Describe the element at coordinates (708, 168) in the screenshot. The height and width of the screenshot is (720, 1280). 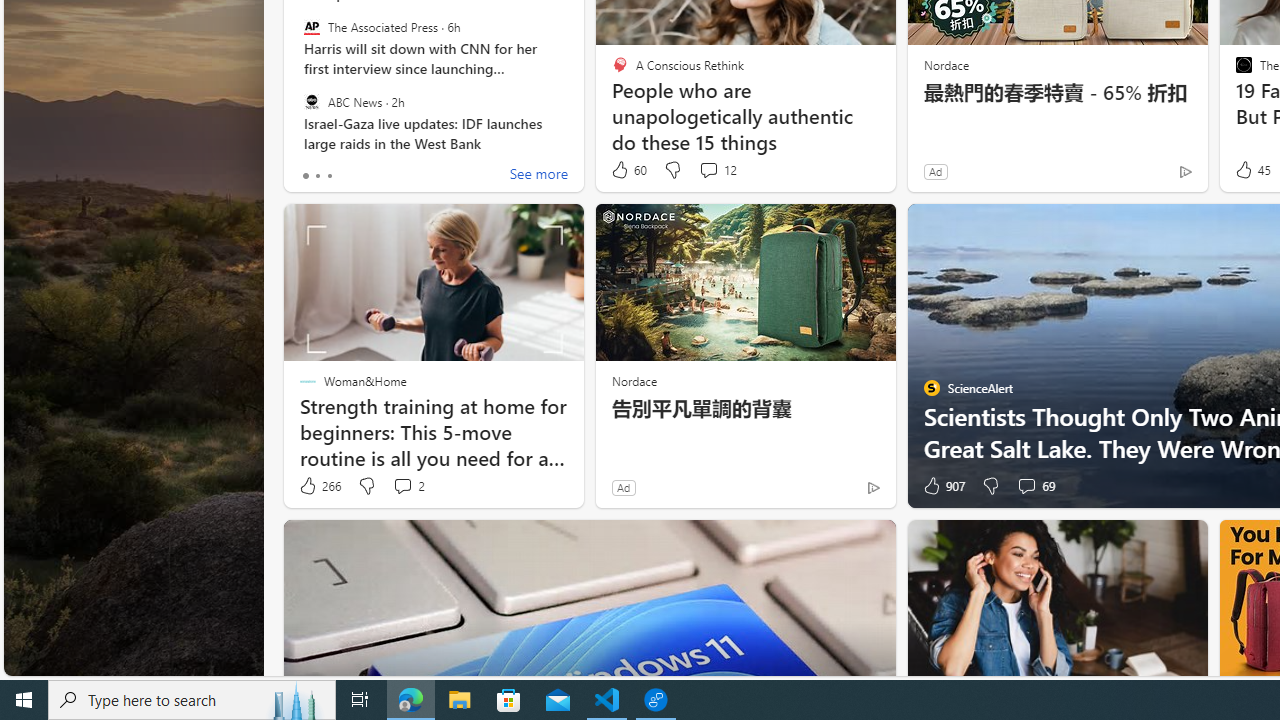
I see `'View comments 12 Comment'` at that location.